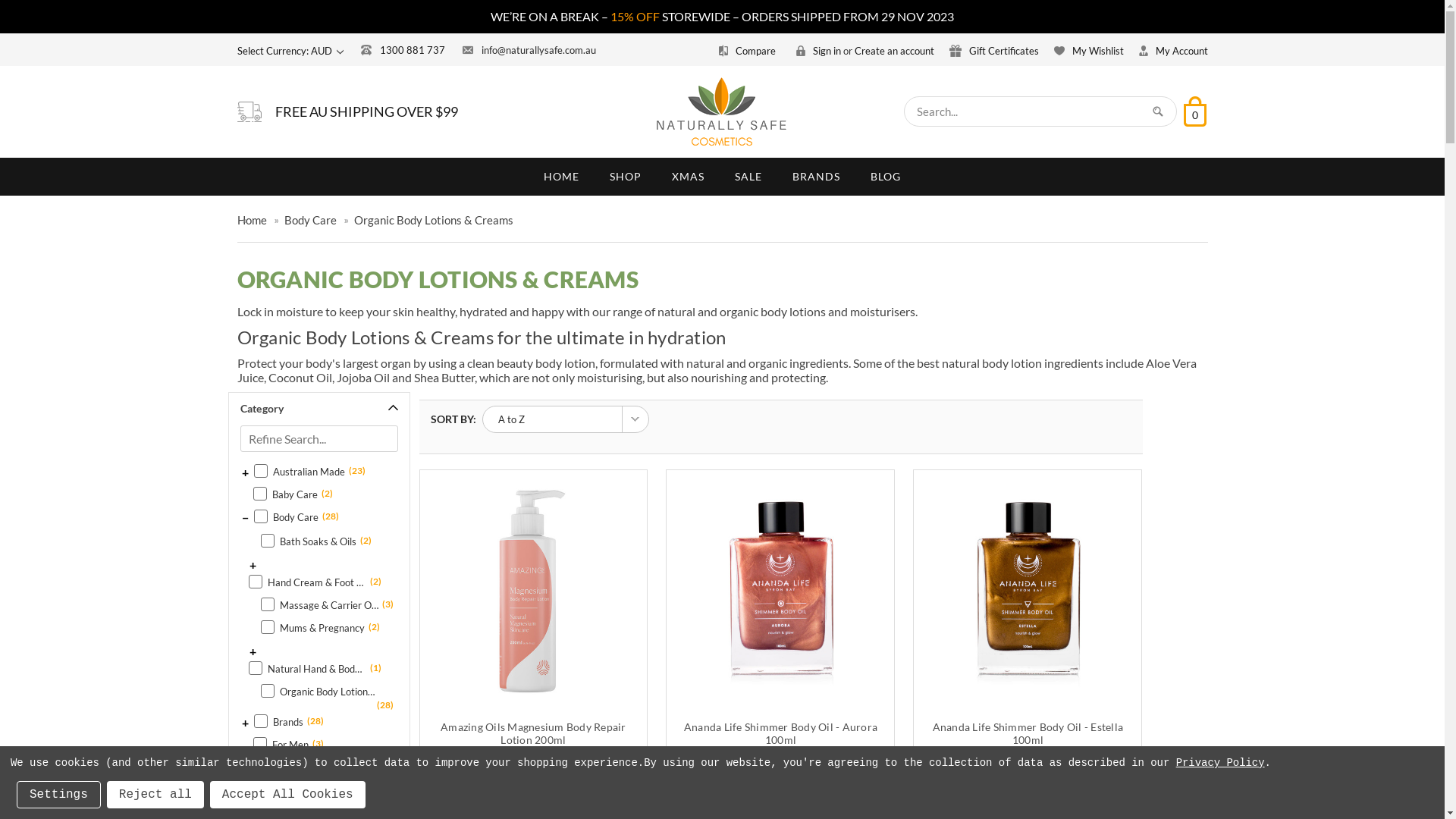 This screenshot has width=1456, height=819. What do you see at coordinates (58, 794) in the screenshot?
I see `'Settings'` at bounding box center [58, 794].